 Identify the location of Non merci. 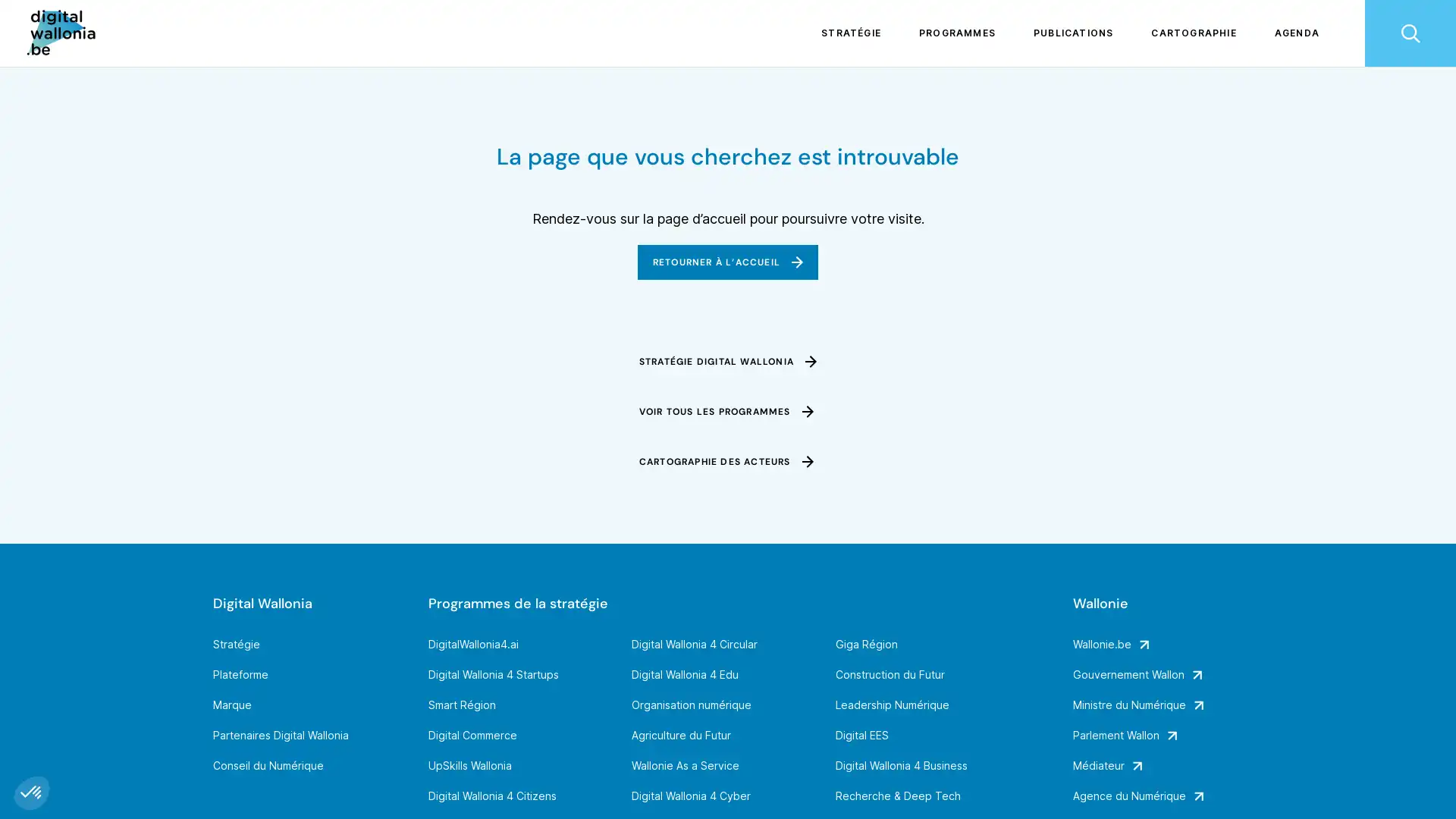
(67, 742).